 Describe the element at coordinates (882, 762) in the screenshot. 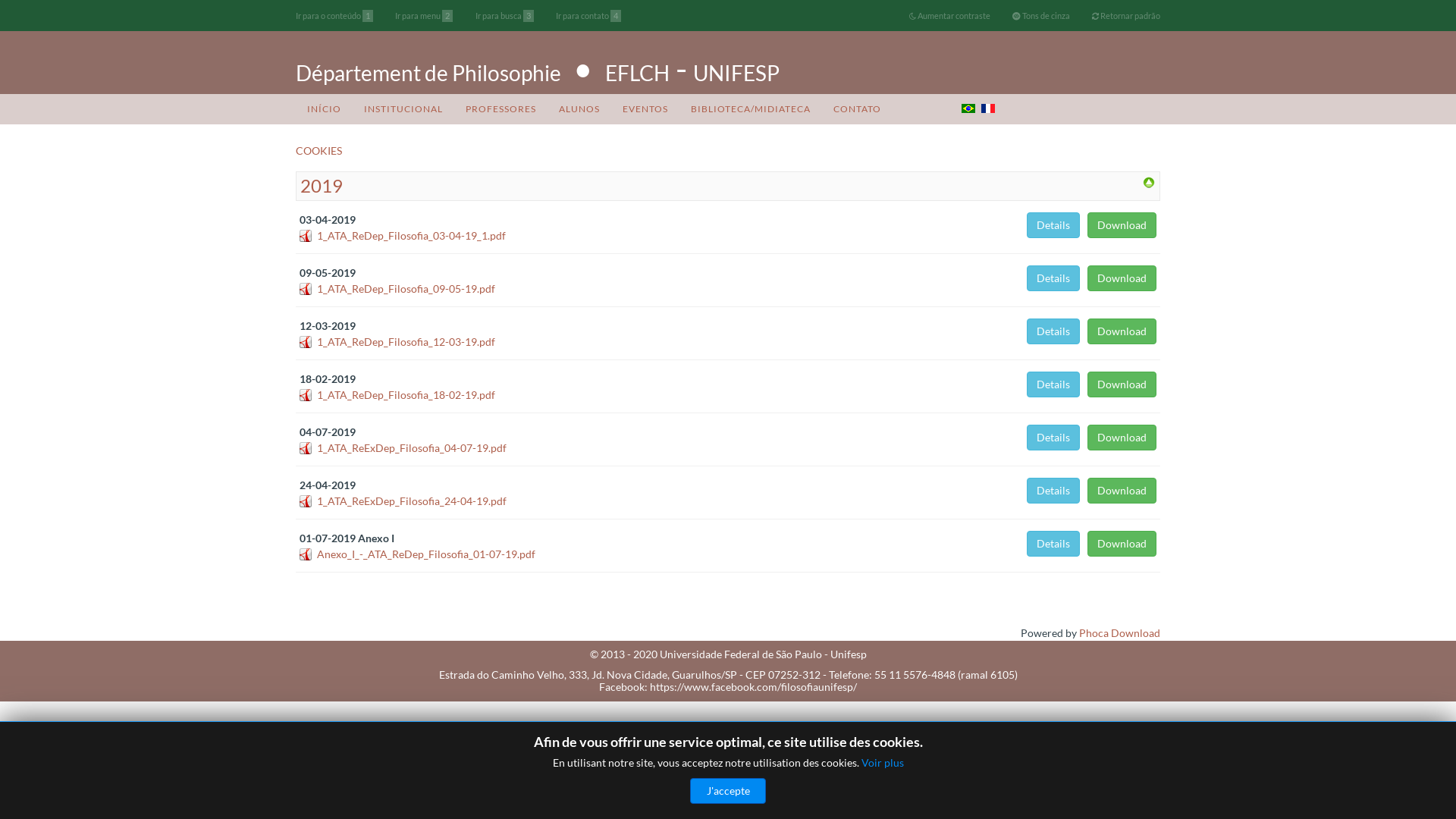

I see `'Voir plus'` at that location.